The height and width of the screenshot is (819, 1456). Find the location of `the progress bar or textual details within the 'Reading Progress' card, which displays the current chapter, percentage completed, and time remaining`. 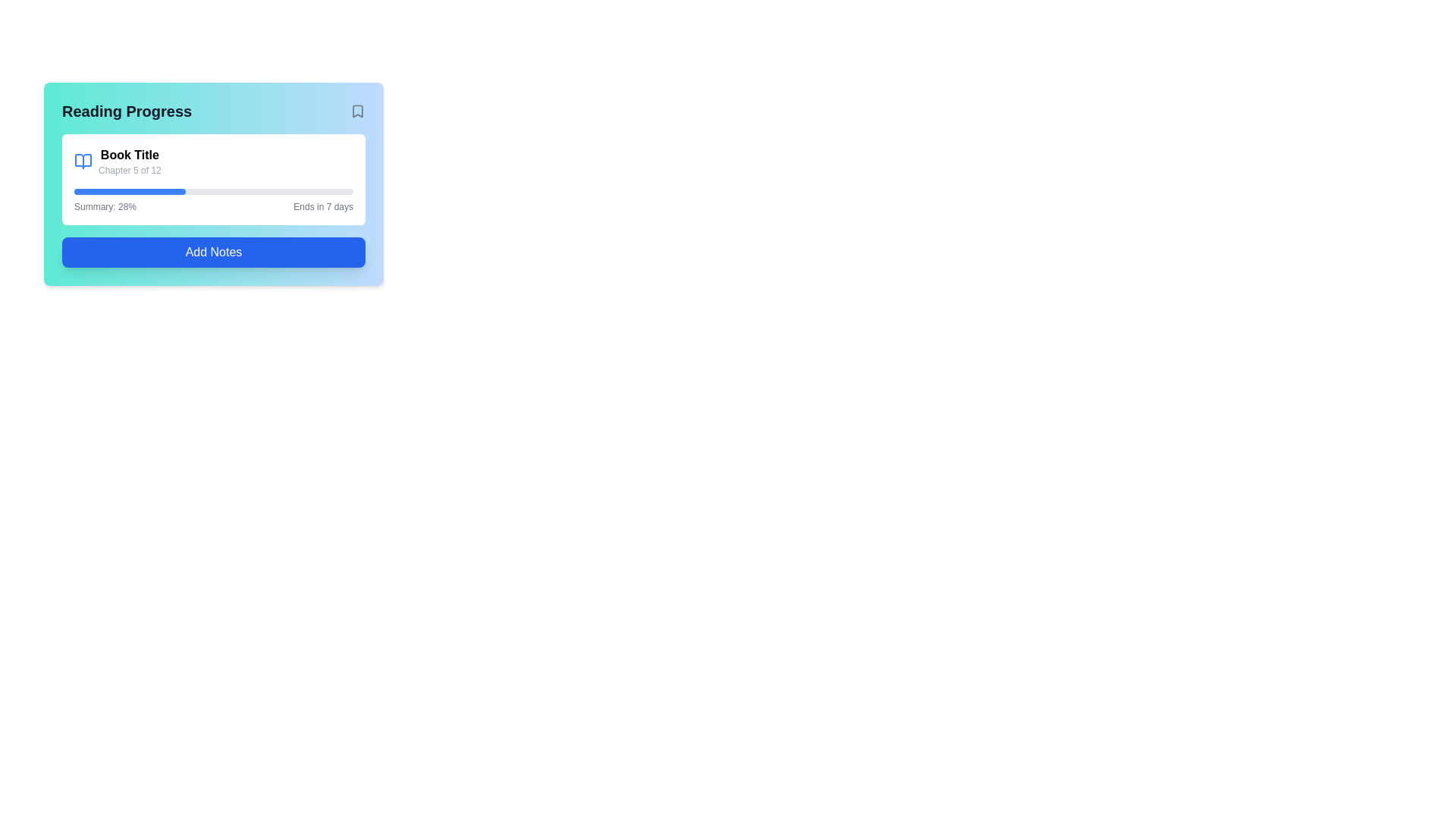

the progress bar or textual details within the 'Reading Progress' card, which displays the current chapter, percentage completed, and time remaining is located at coordinates (213, 178).